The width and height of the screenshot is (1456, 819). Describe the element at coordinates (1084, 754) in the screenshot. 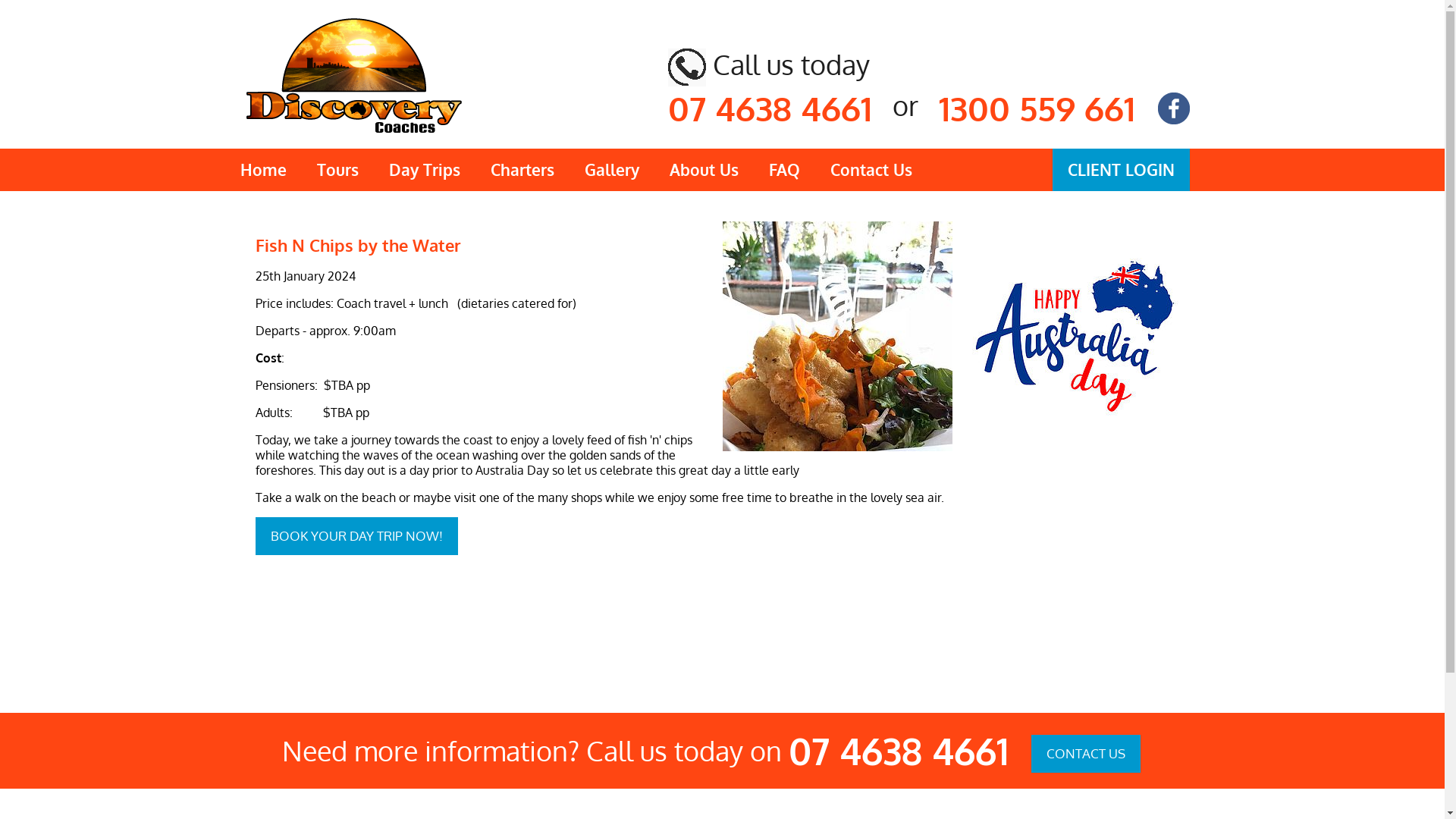

I see `'CONTACT US'` at that location.